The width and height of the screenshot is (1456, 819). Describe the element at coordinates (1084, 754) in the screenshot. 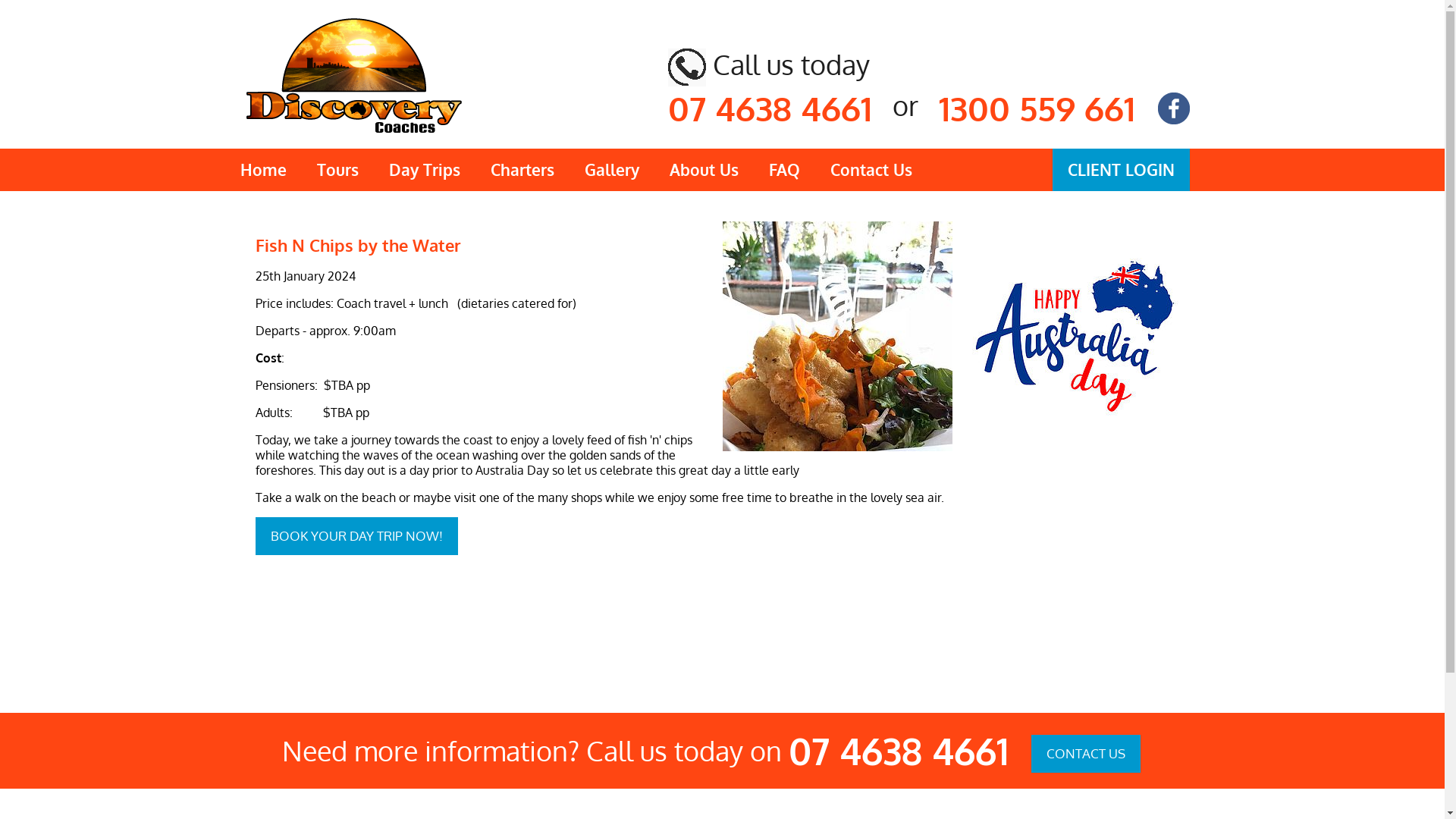

I see `'CONTACT US'` at that location.